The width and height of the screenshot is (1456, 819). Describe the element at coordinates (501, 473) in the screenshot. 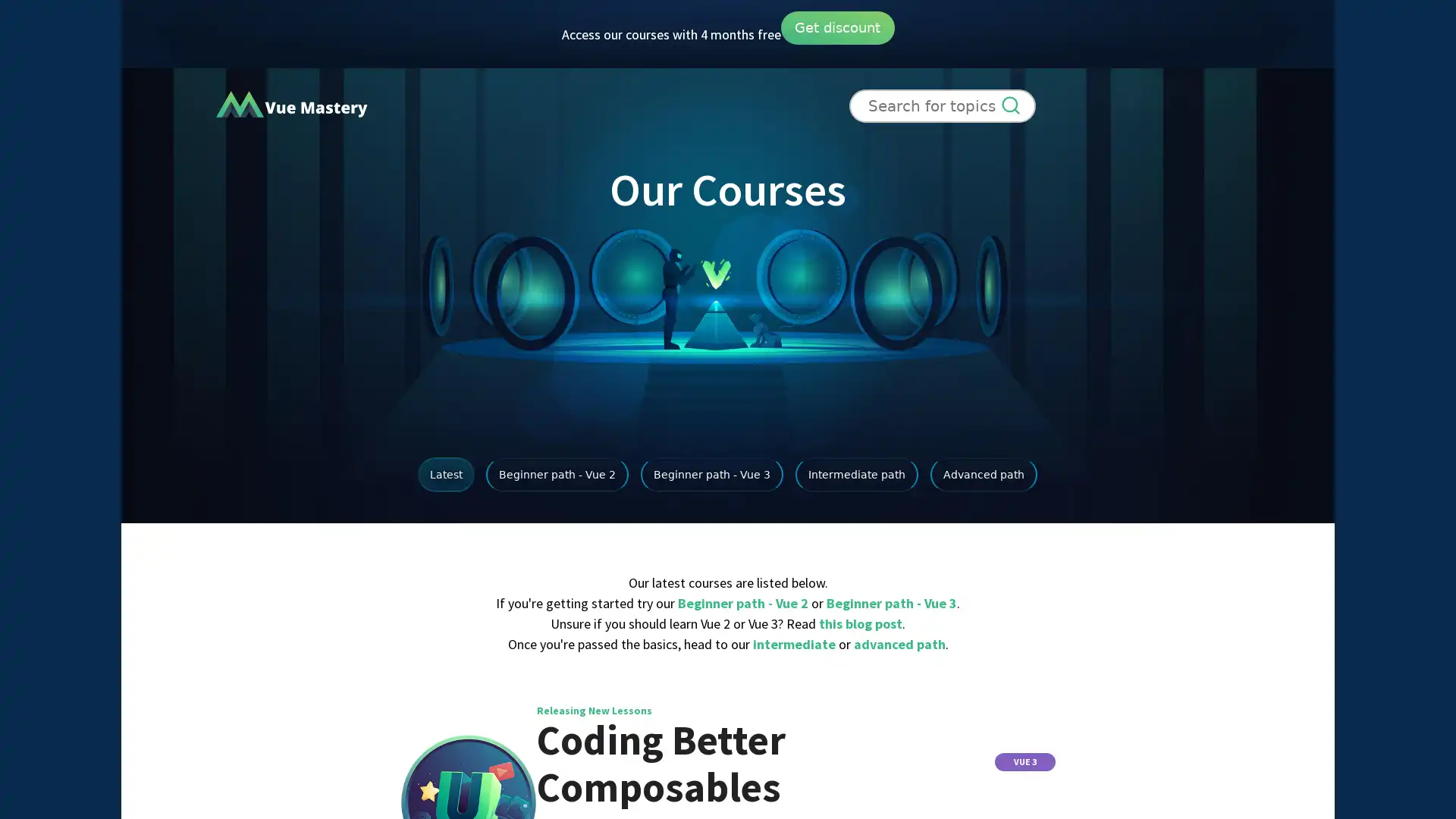

I see `Beginner path - Vue 2` at that location.